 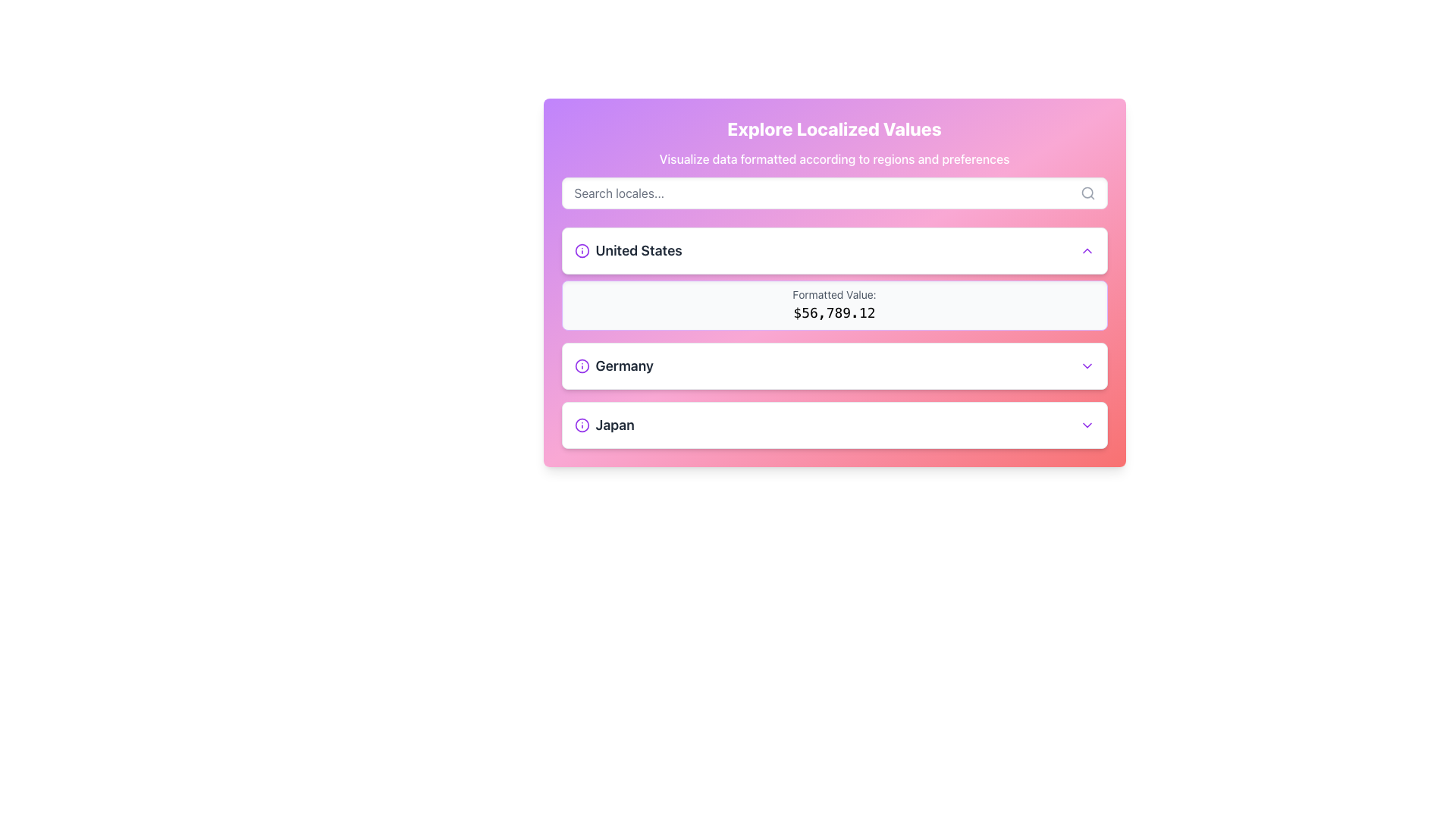 What do you see at coordinates (581, 425) in the screenshot?
I see `the purple circular SVG element that is part of the information icon for the 'Japan' entry, located in the leftmost section of its row` at bounding box center [581, 425].